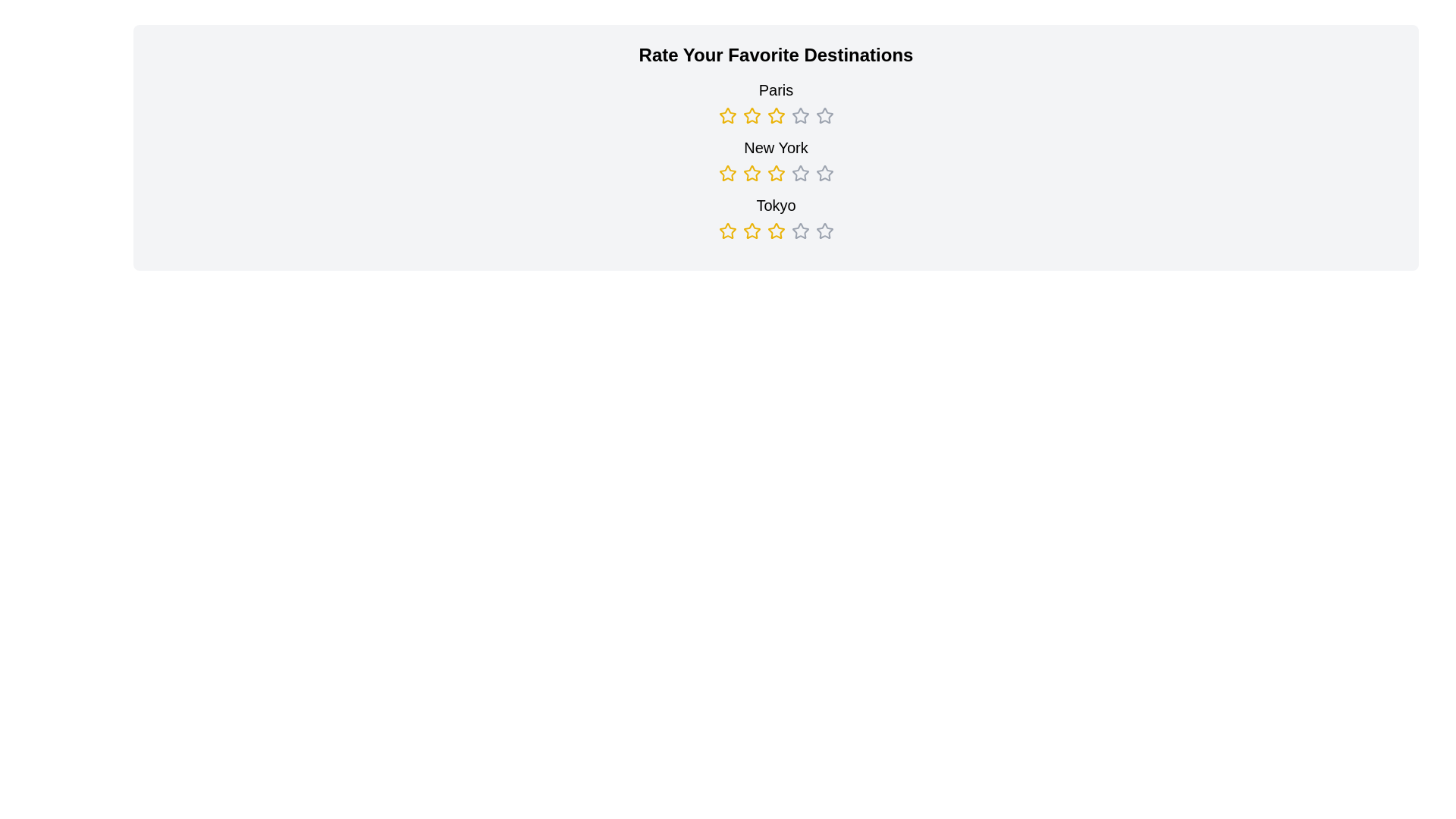  Describe the element at coordinates (752, 172) in the screenshot. I see `the third star icon in the rating system under the 'New York' label` at that location.